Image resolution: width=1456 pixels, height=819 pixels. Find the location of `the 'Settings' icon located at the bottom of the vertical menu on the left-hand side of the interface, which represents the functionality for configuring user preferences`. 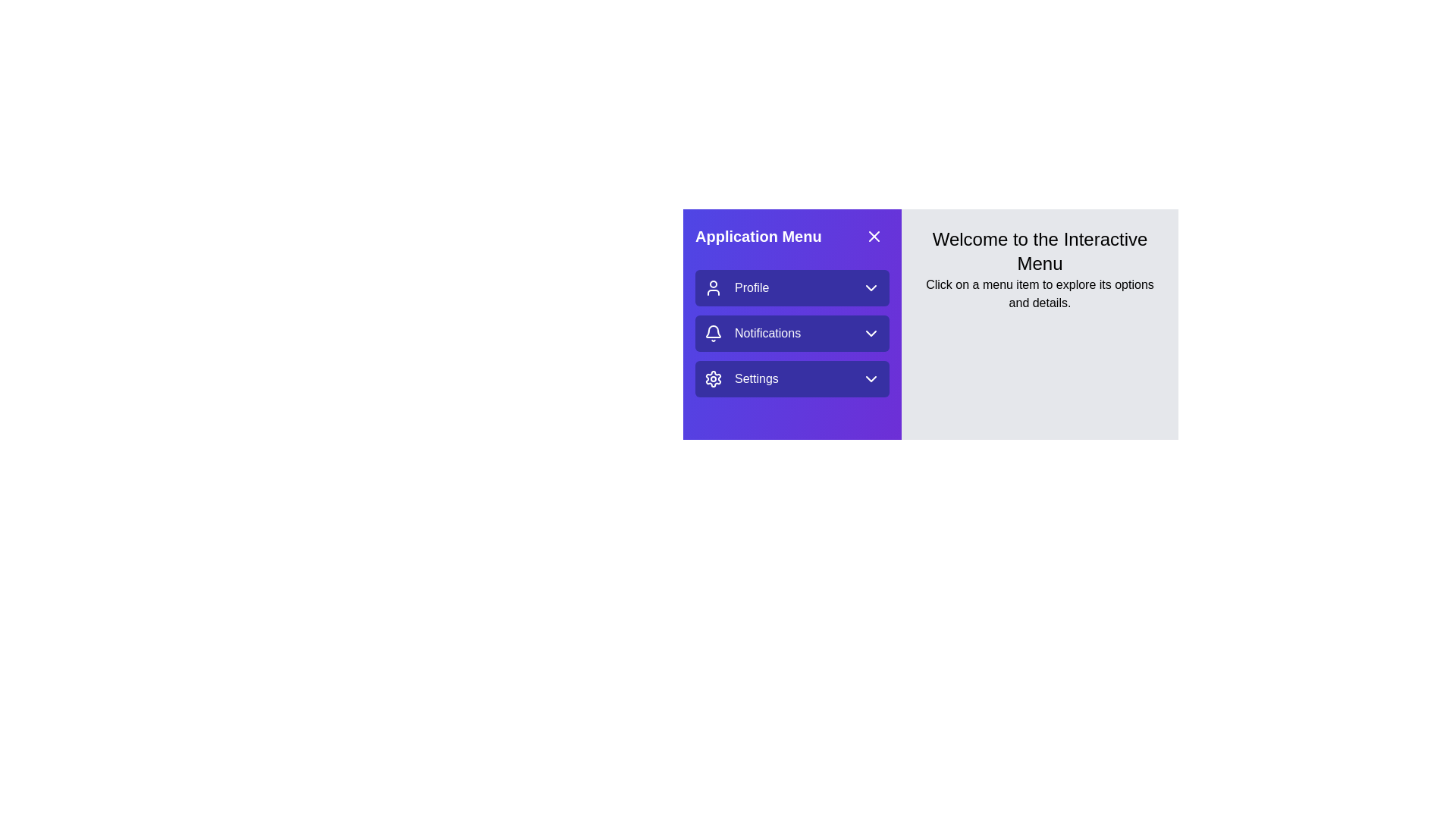

the 'Settings' icon located at the bottom of the vertical menu on the left-hand side of the interface, which represents the functionality for configuring user preferences is located at coordinates (712, 378).